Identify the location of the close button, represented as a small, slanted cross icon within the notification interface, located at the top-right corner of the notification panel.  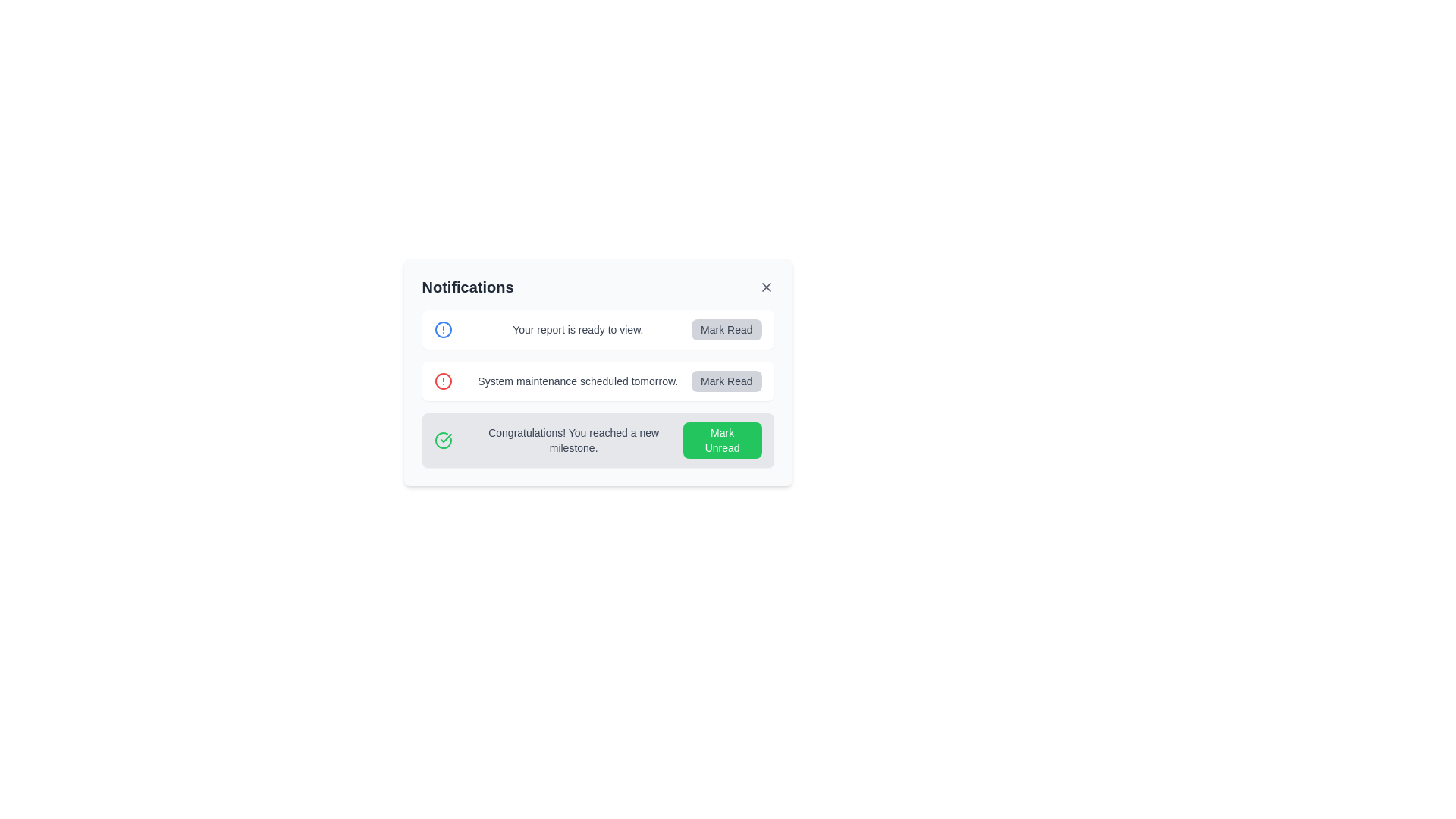
(766, 287).